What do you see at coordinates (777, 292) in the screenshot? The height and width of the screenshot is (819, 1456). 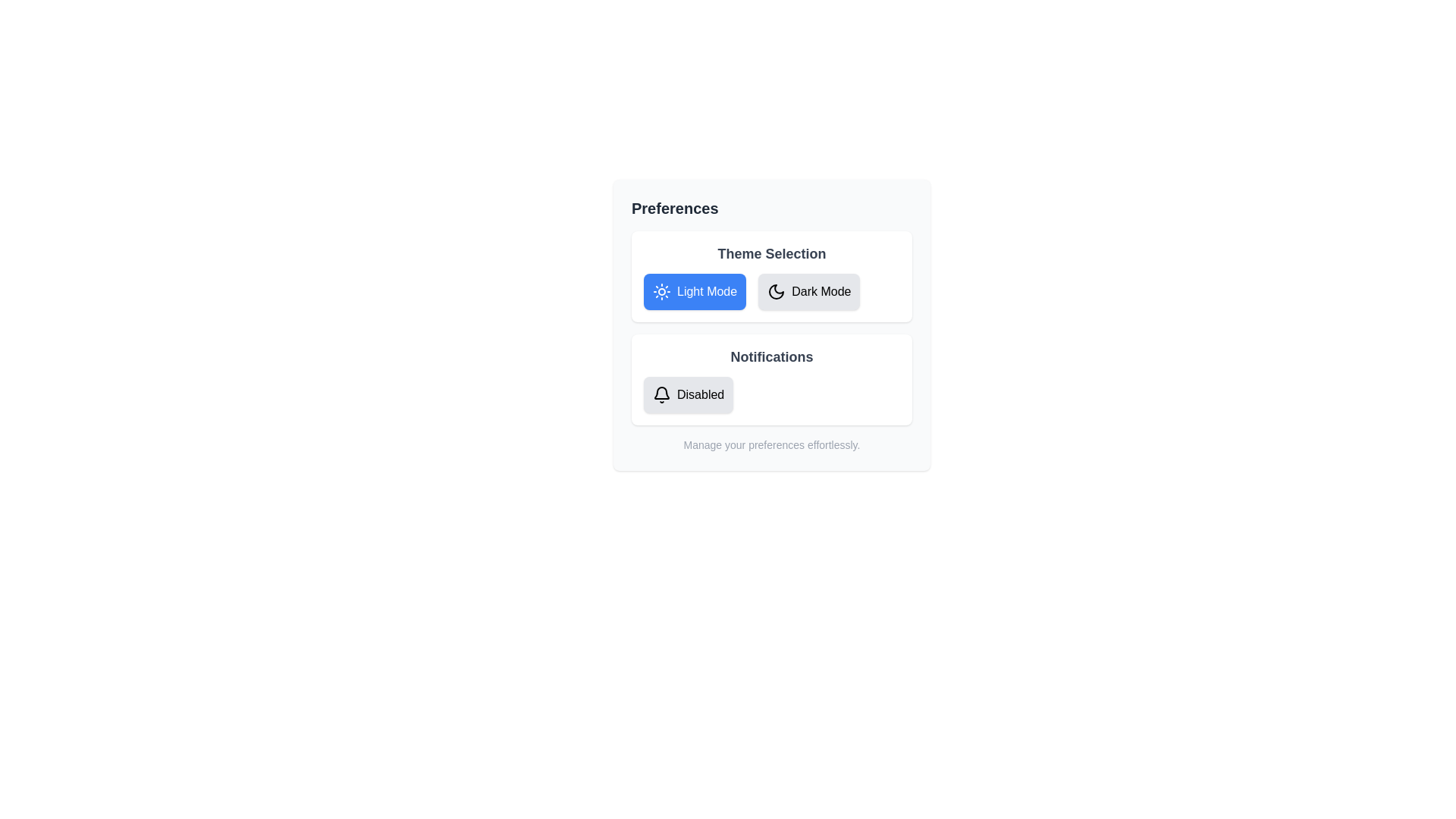 I see `the crescent moon icon in the 'Dark Mode' section of the 'Theme Selection'` at bounding box center [777, 292].